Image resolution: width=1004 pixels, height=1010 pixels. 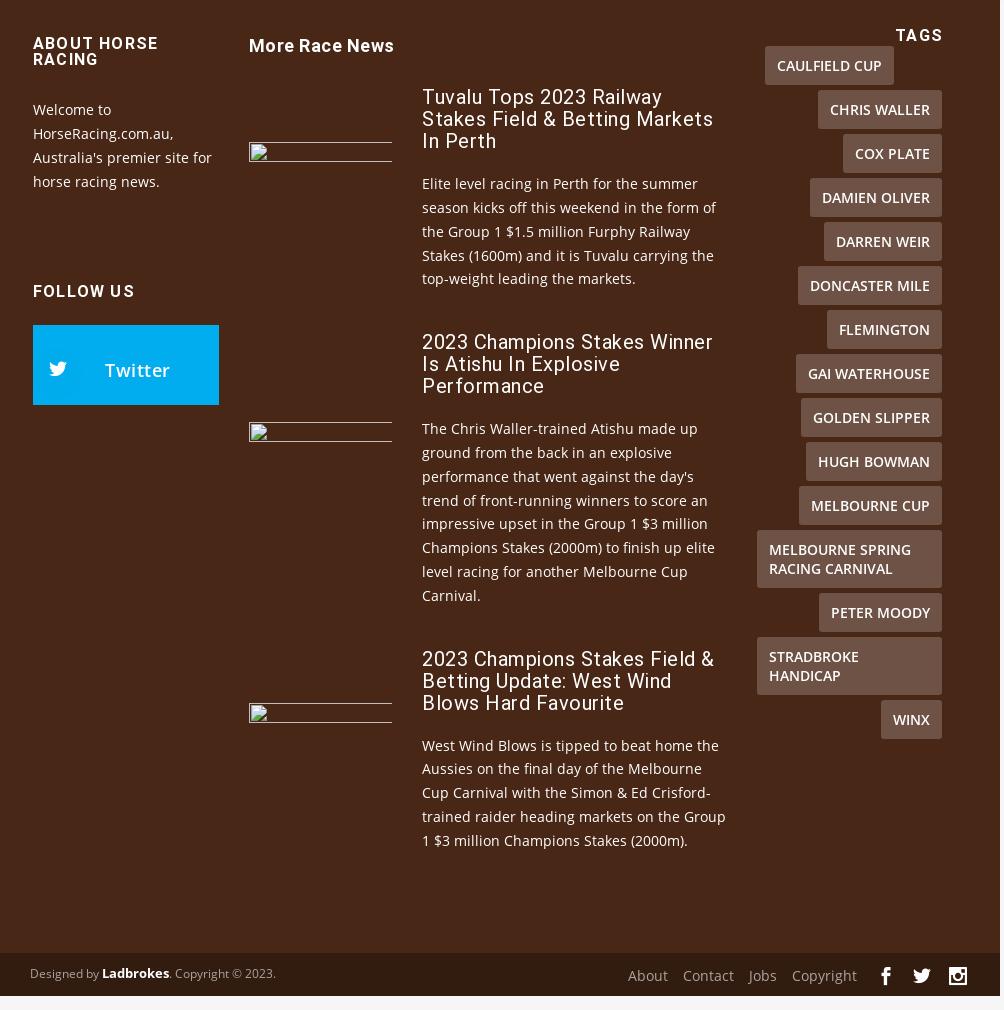 I want to click on 'Doncaster Mile', so click(x=810, y=319).